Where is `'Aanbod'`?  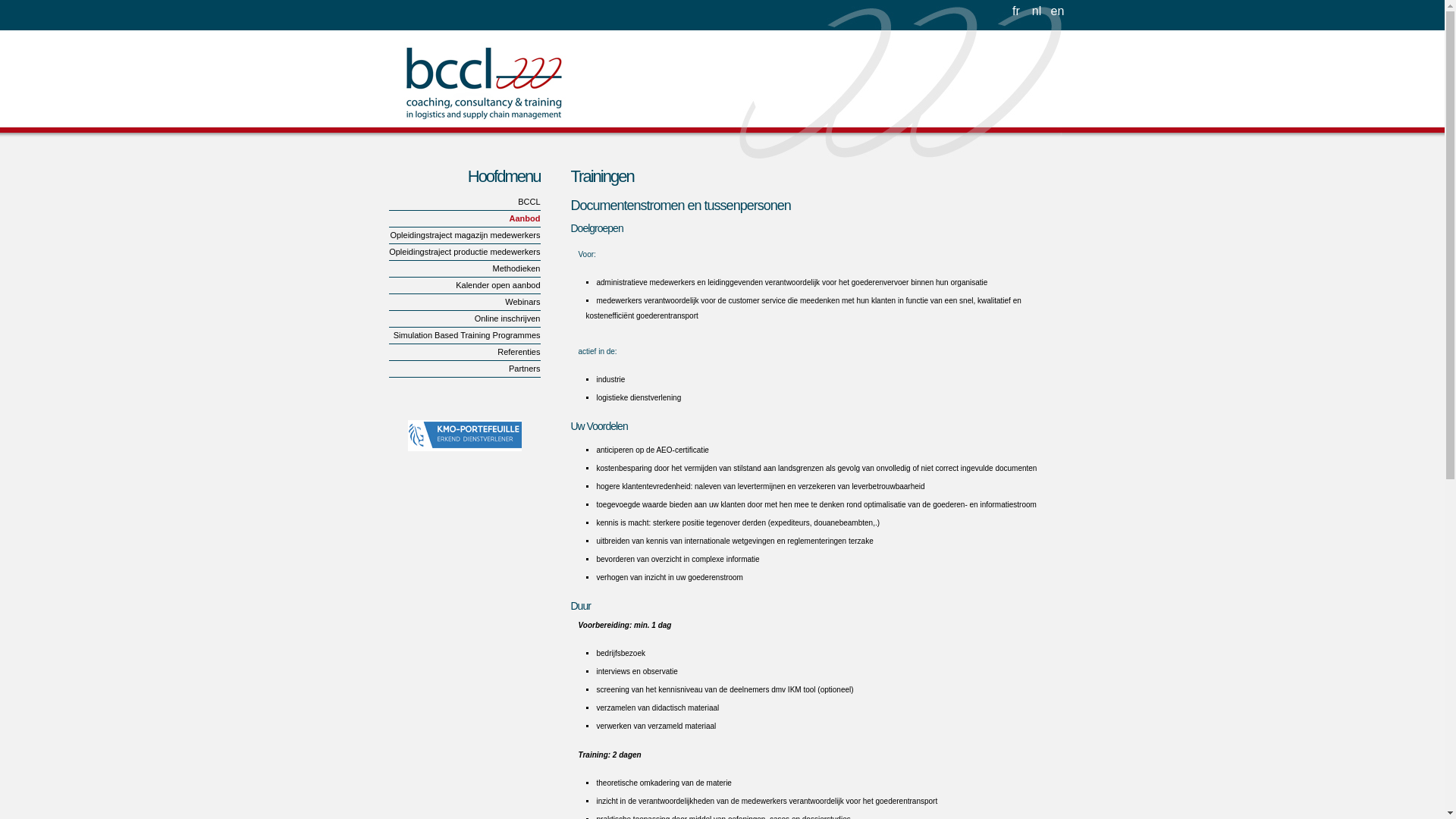
'Aanbod' is located at coordinates (463, 219).